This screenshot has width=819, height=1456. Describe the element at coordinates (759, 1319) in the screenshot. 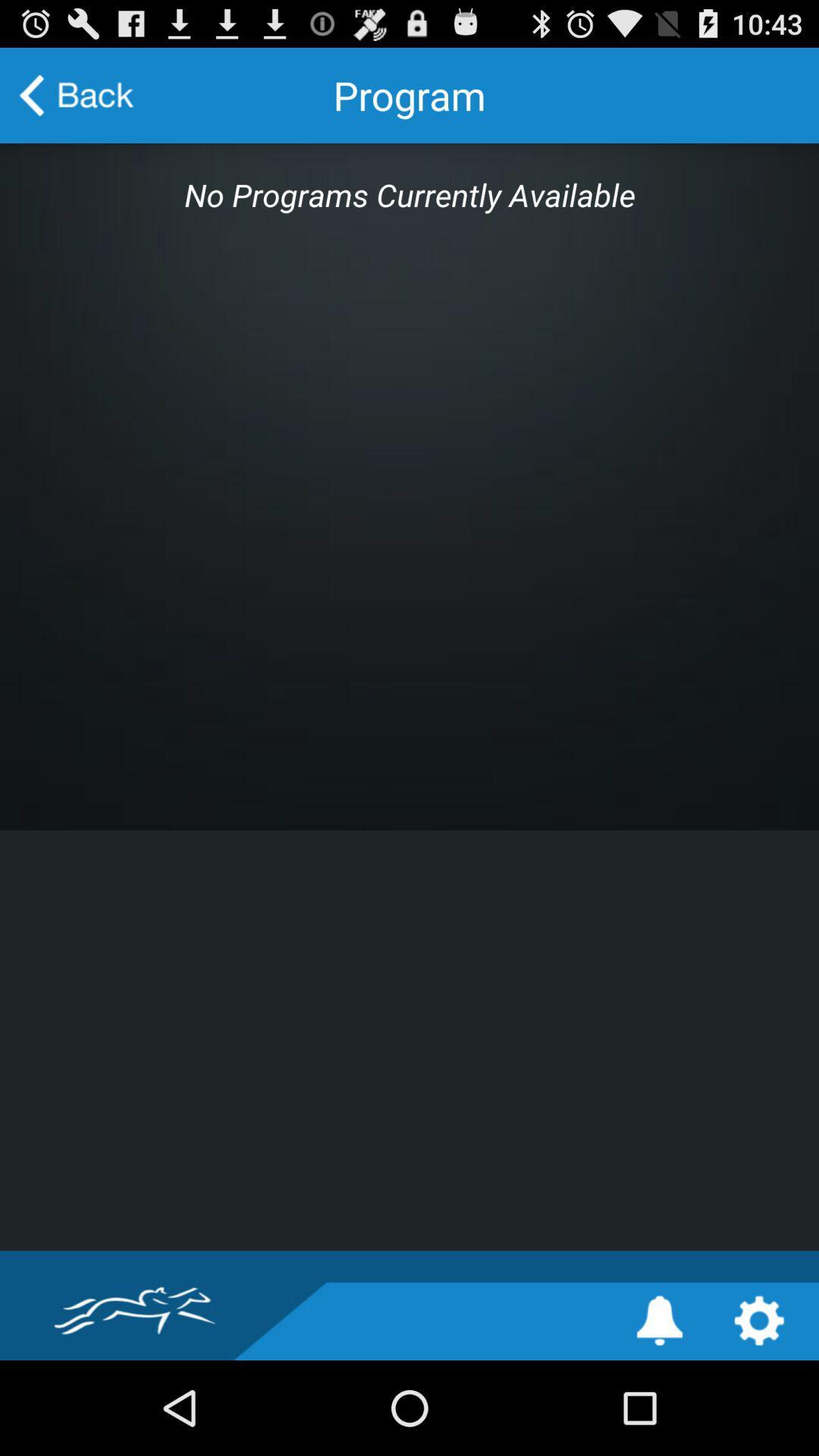

I see `open settings` at that location.